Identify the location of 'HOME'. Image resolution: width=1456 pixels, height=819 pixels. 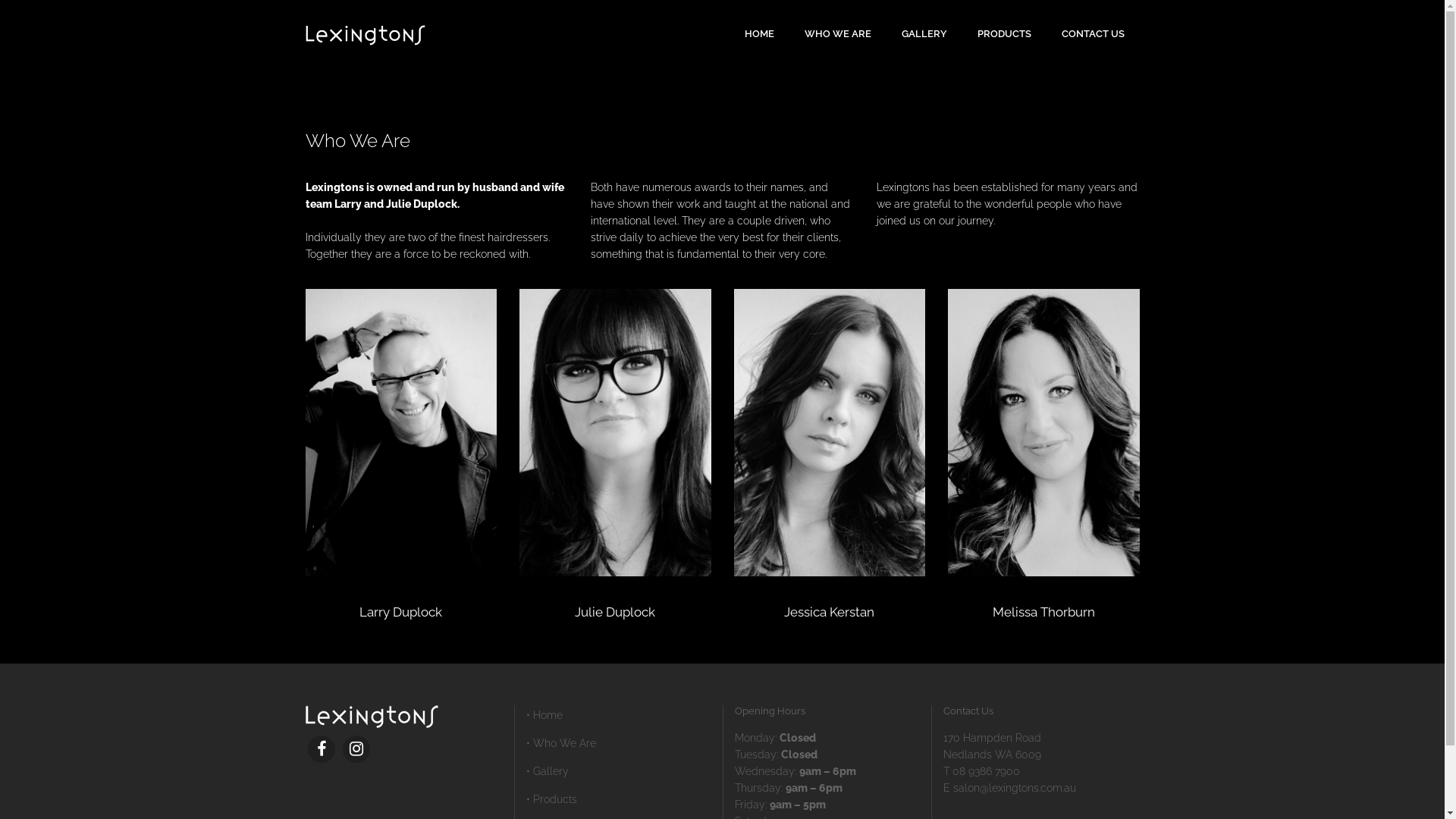
(729, 34).